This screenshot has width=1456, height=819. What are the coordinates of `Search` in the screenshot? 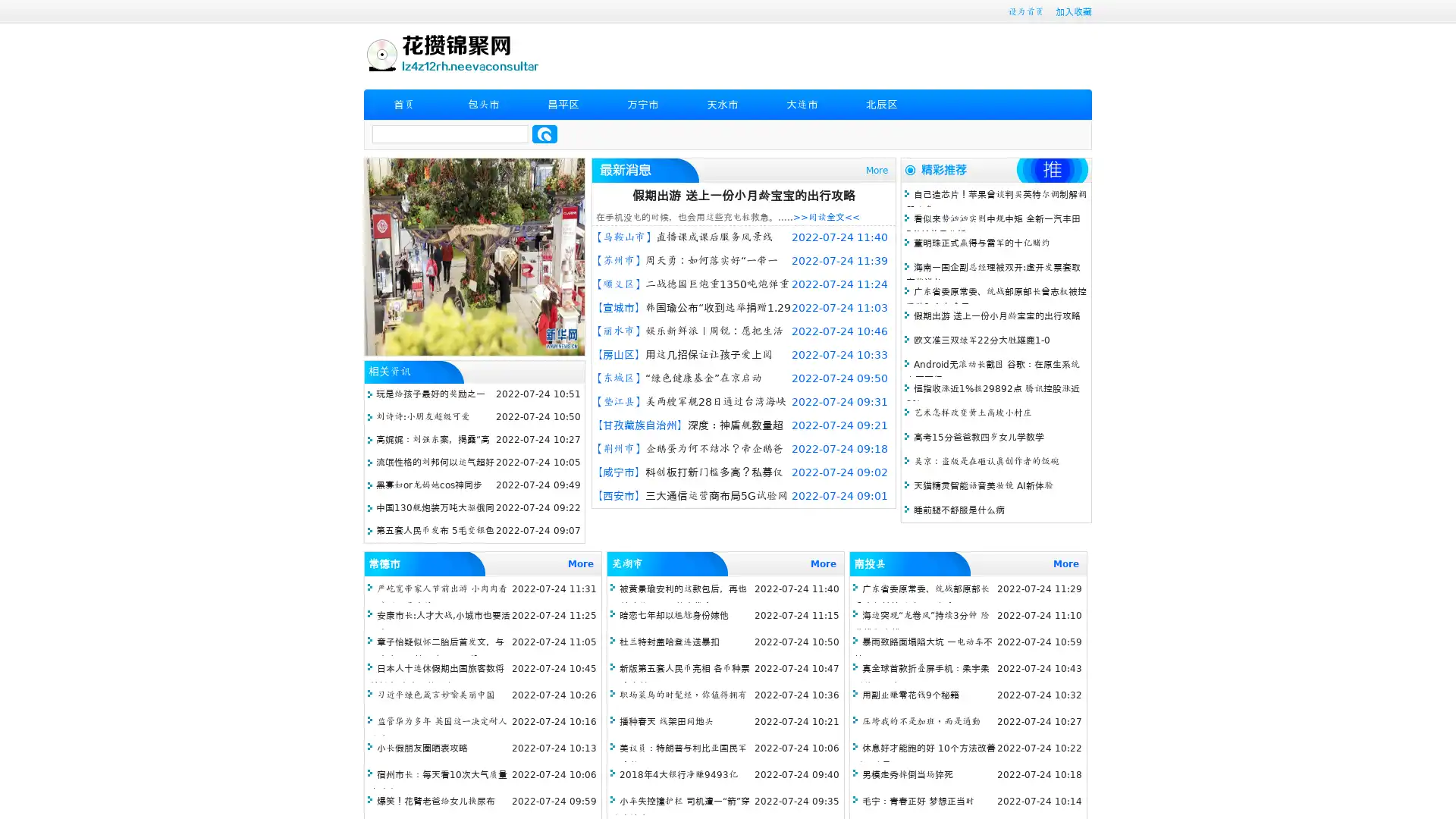 It's located at (544, 133).